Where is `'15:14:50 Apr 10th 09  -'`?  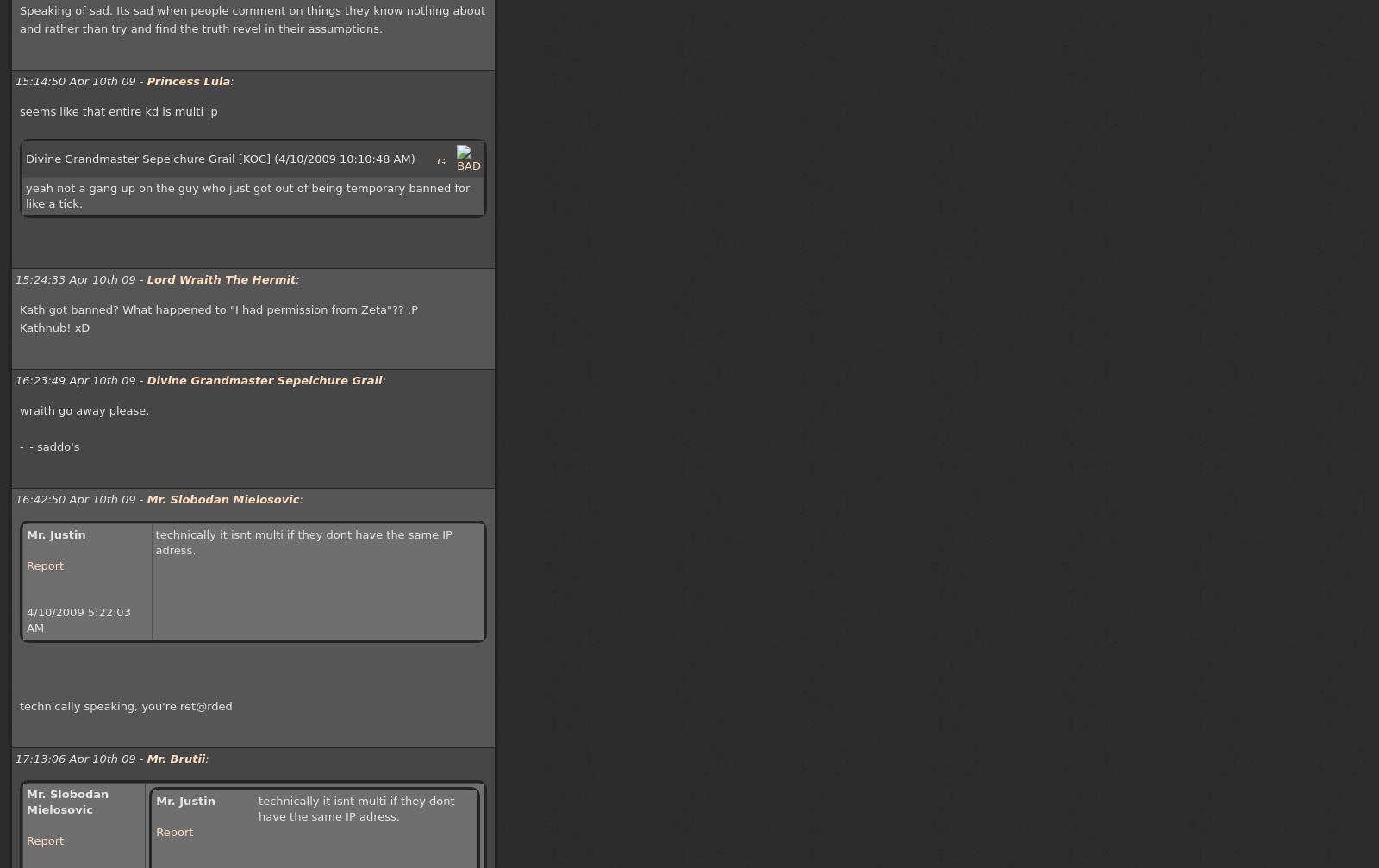
'15:14:50 Apr 10th 09  -' is located at coordinates (79, 81).